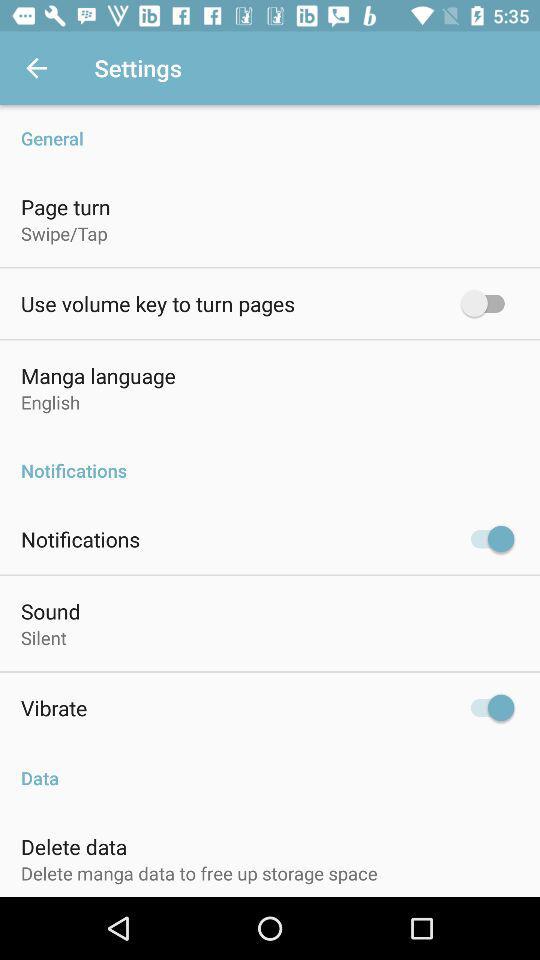 The height and width of the screenshot is (960, 540). I want to click on the icon to the left of settings item, so click(36, 68).